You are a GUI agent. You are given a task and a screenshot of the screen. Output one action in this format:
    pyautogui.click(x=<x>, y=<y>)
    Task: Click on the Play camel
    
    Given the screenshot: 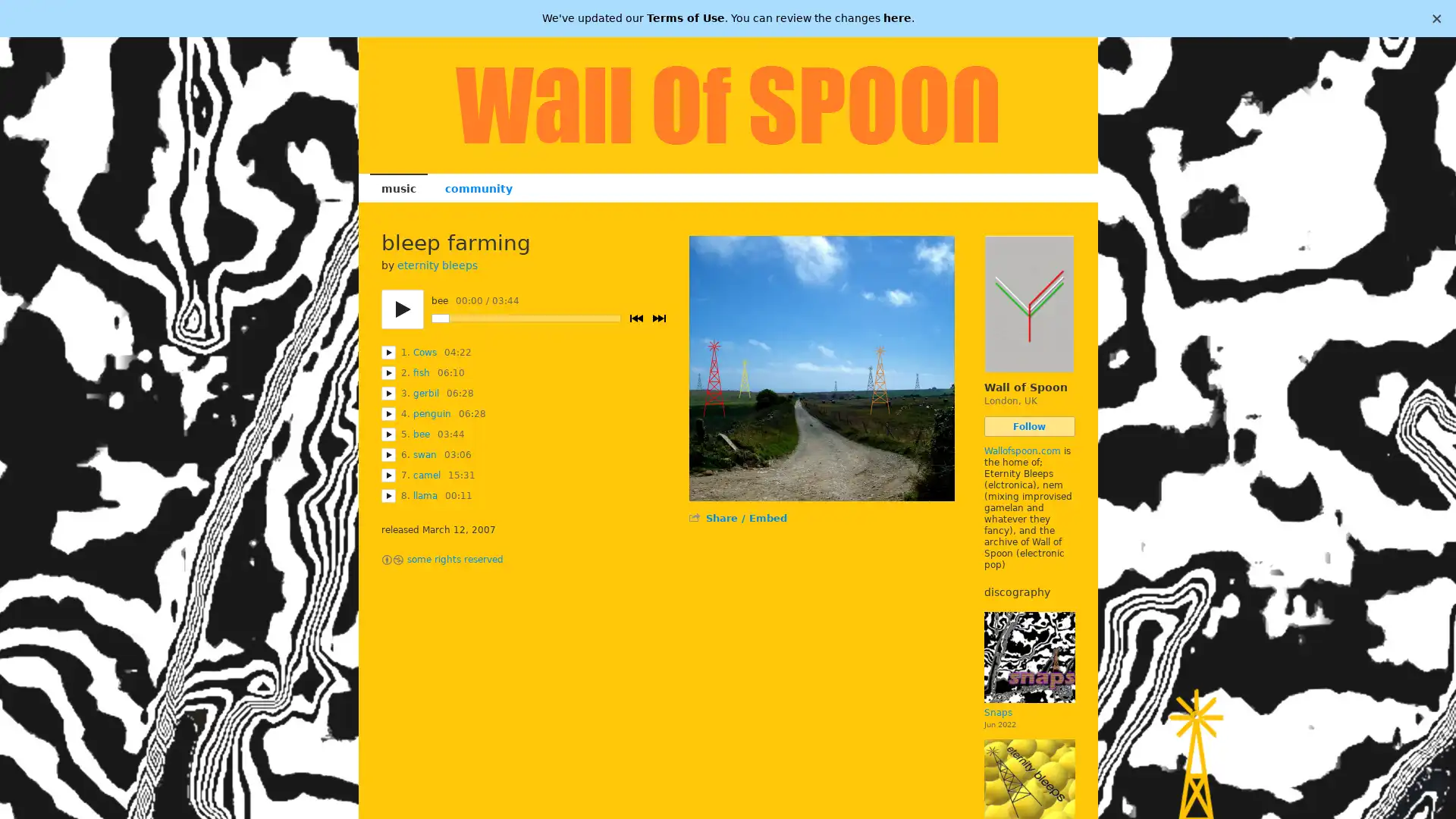 What is the action you would take?
    pyautogui.click(x=388, y=475)
    